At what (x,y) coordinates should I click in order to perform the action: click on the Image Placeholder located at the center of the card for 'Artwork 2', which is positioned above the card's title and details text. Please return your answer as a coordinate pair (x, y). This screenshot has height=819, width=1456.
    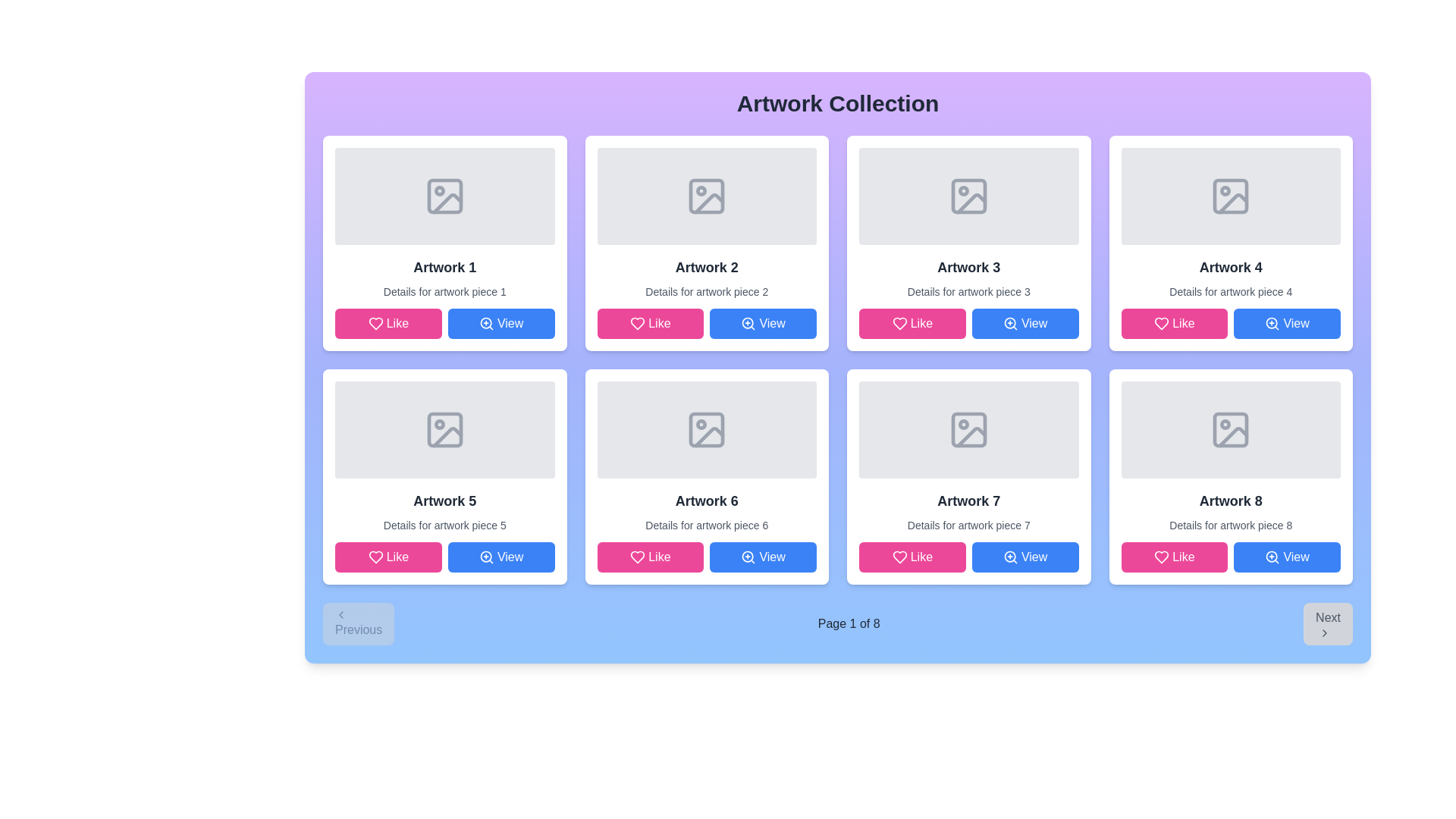
    Looking at the image, I should click on (706, 195).